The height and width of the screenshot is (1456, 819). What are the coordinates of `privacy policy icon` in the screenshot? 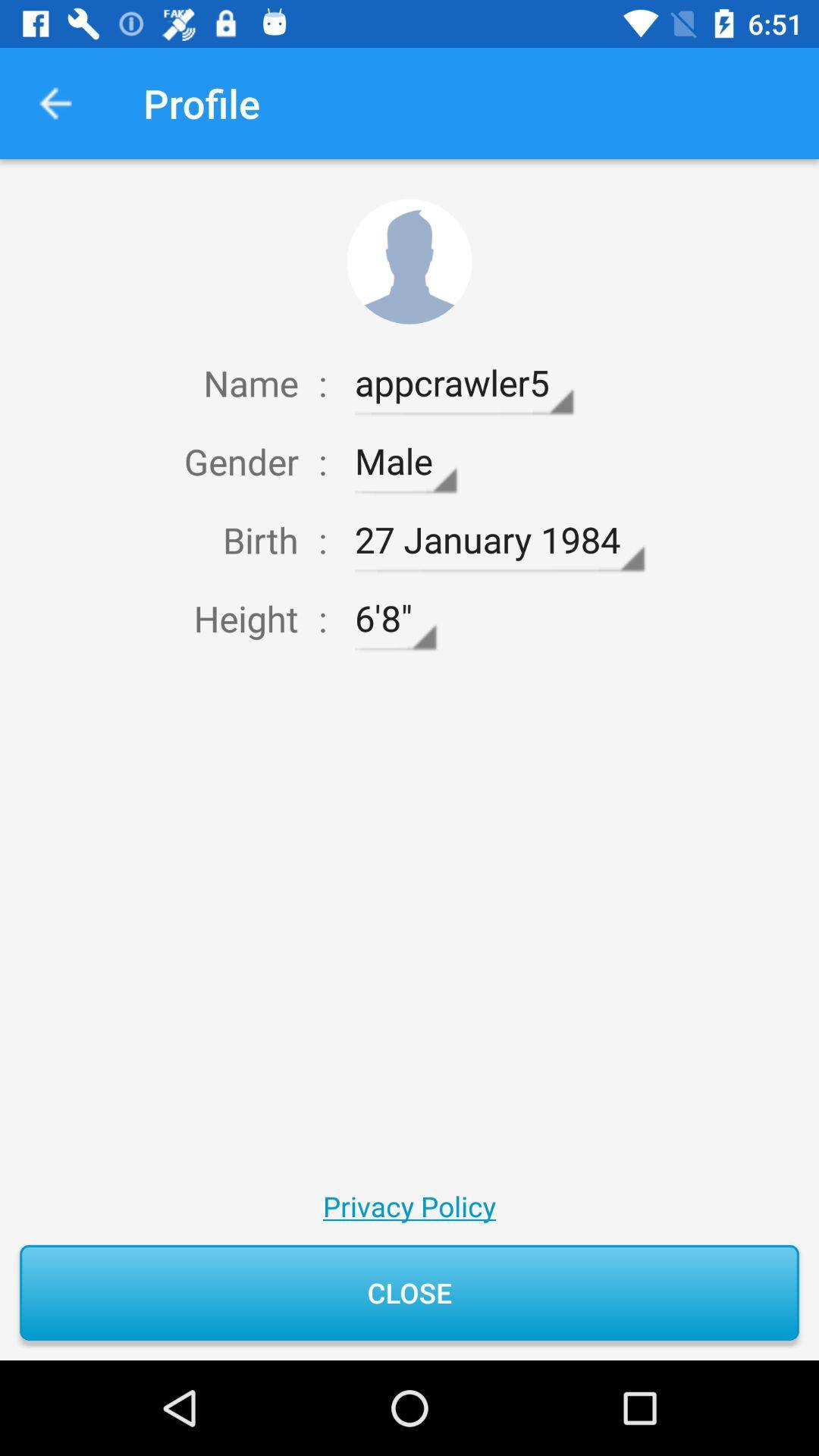 It's located at (409, 1205).